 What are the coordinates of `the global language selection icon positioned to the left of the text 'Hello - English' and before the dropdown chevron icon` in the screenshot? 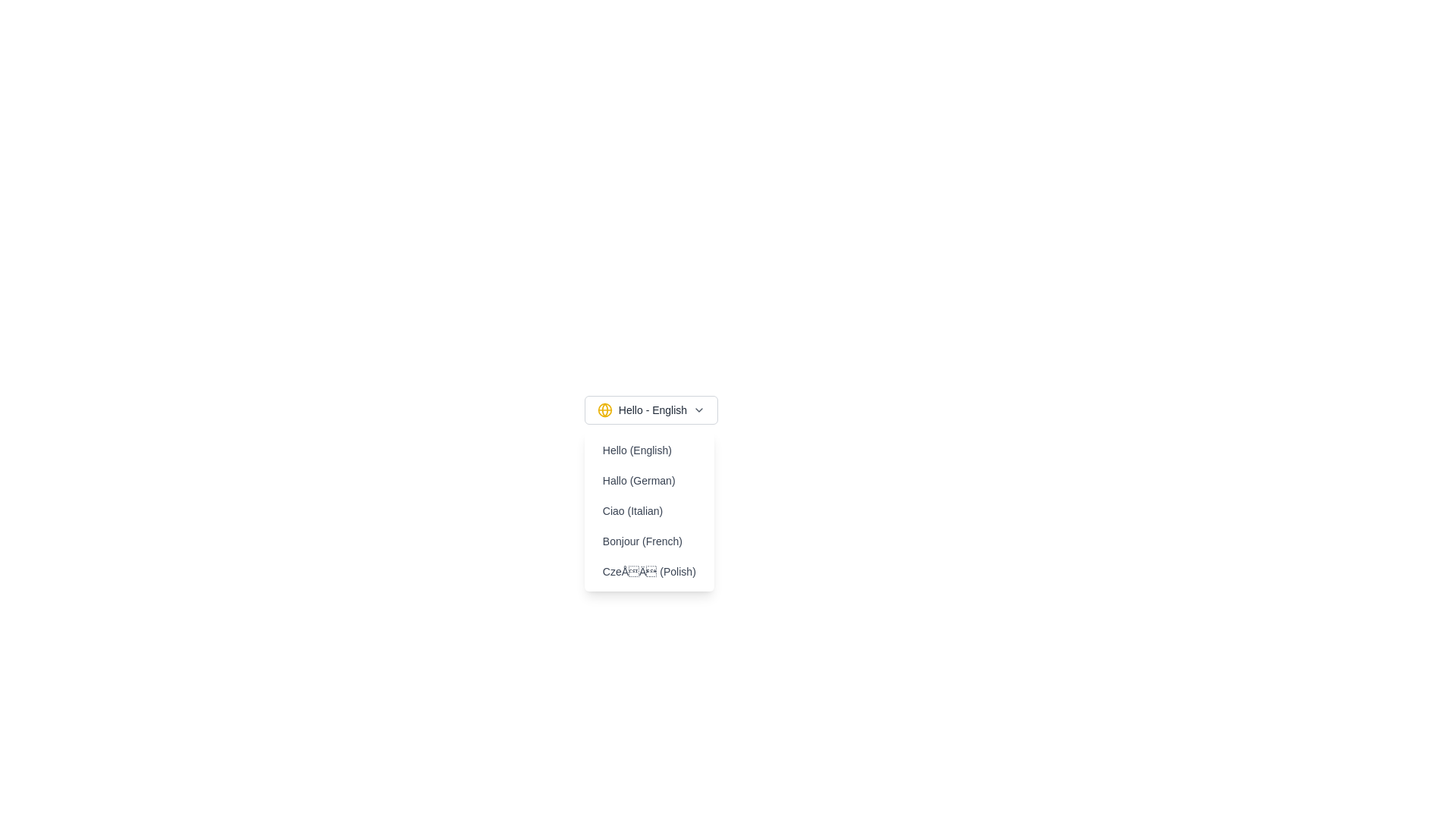 It's located at (604, 409).